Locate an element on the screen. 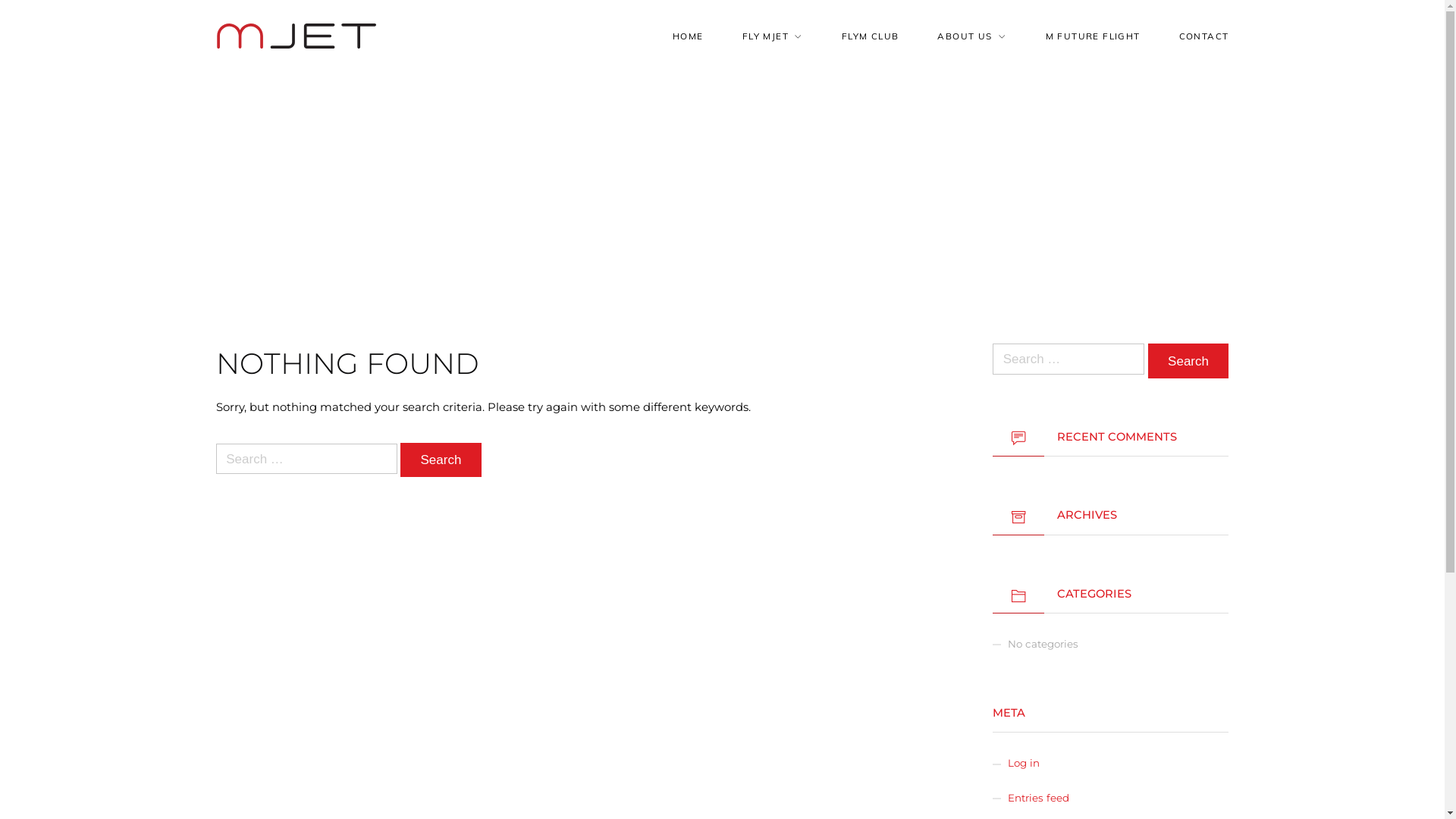  'ABOUT US' is located at coordinates (971, 34).